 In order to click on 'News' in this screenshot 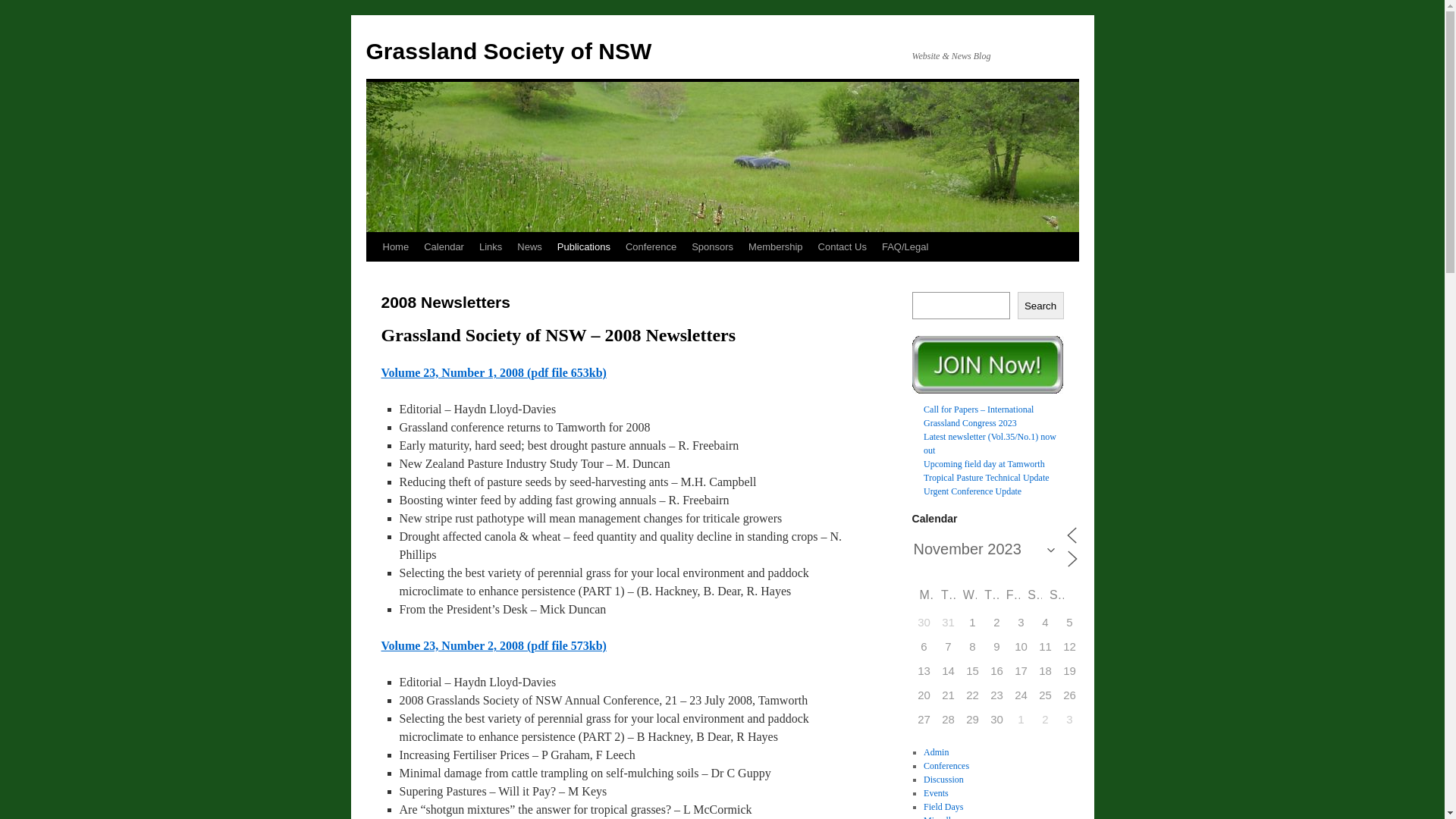, I will do `click(529, 246)`.